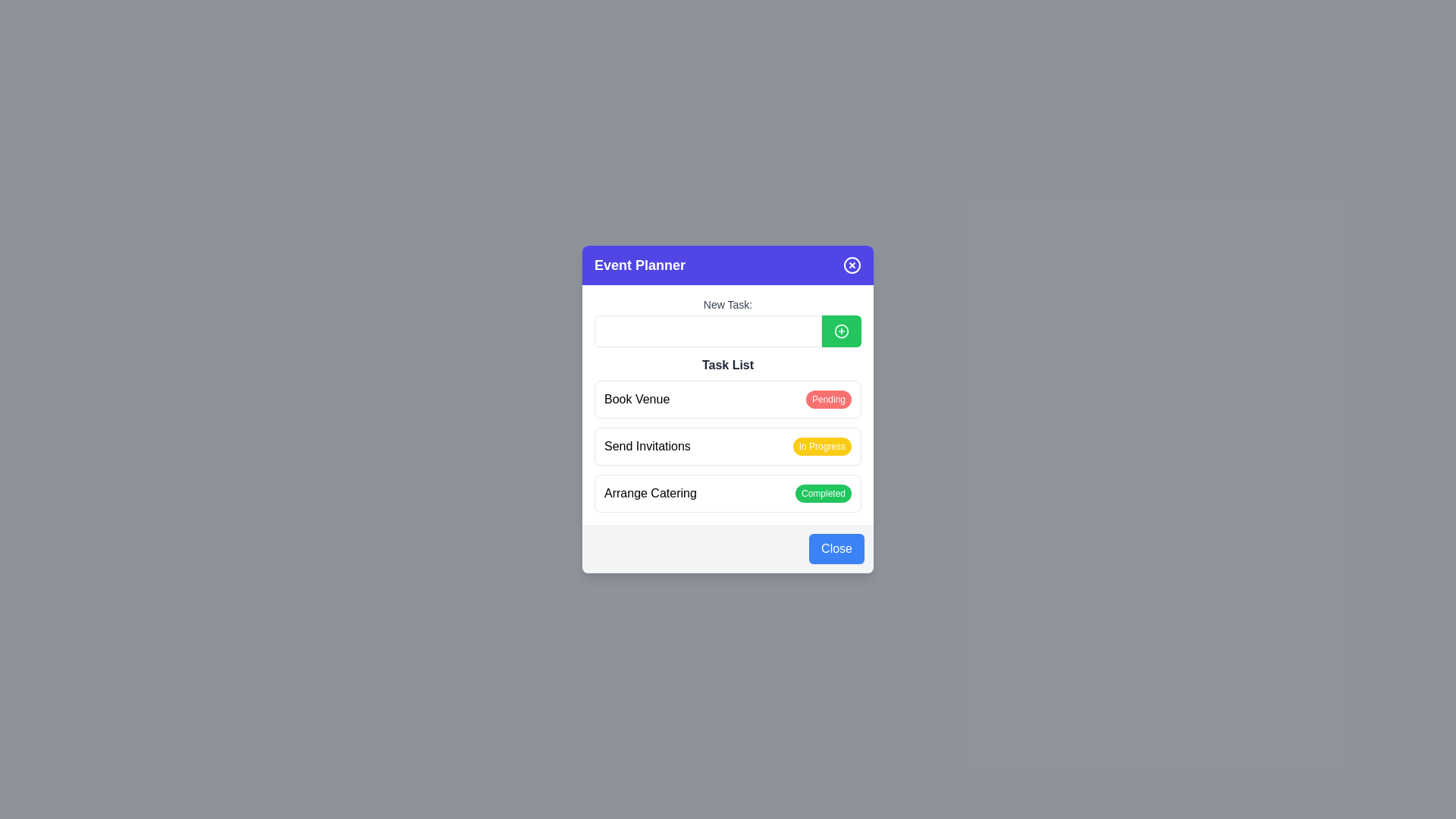 The height and width of the screenshot is (819, 1456). I want to click on the button located on the right side of the 'New Task' input field, so click(840, 330).